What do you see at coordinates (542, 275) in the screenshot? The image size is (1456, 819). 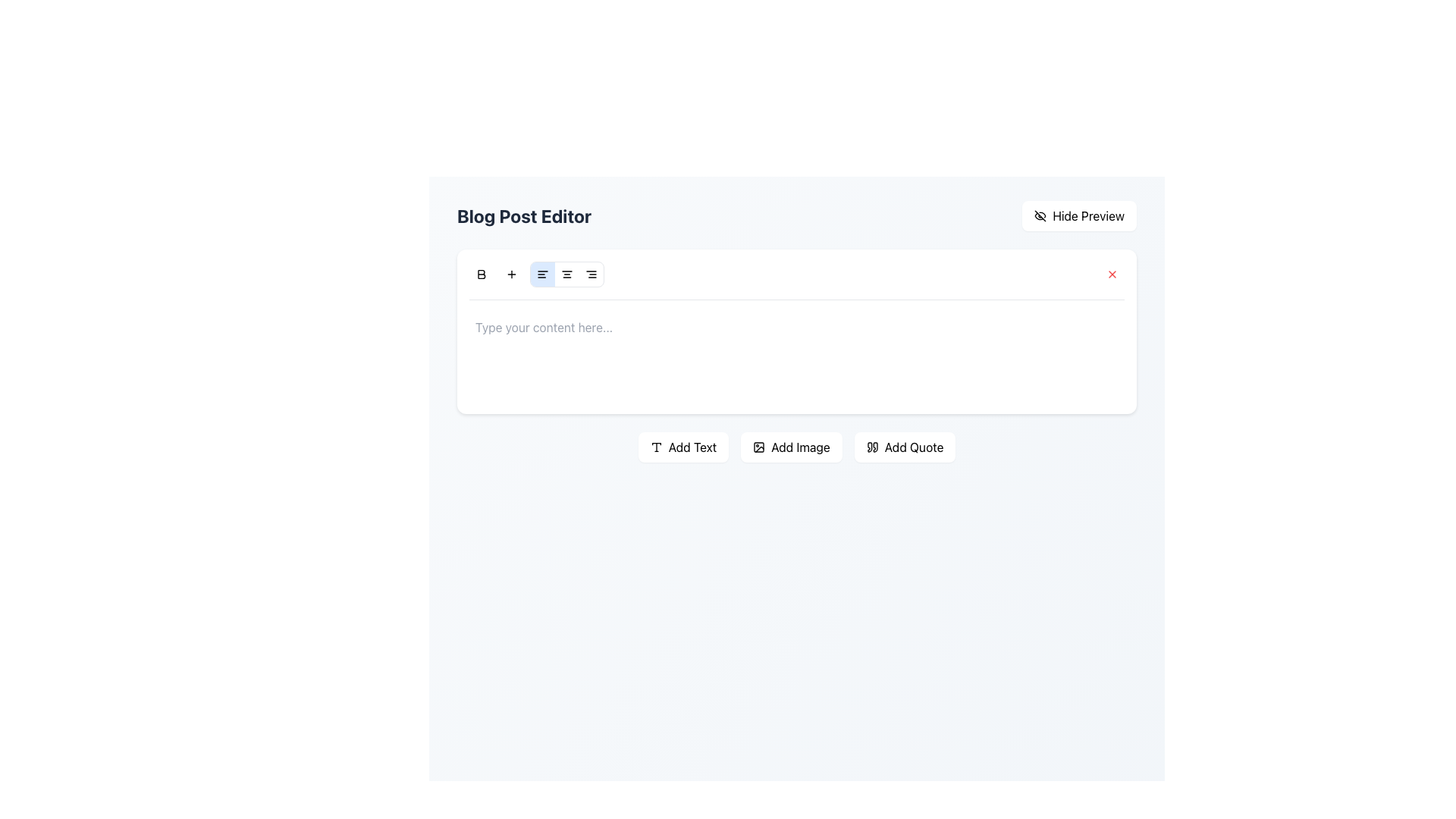 I see `the left alignment button, which is the third icon from the left in the horizontal toolbar above the text input area, to apply left alignment to the selected text or paragraph` at bounding box center [542, 275].